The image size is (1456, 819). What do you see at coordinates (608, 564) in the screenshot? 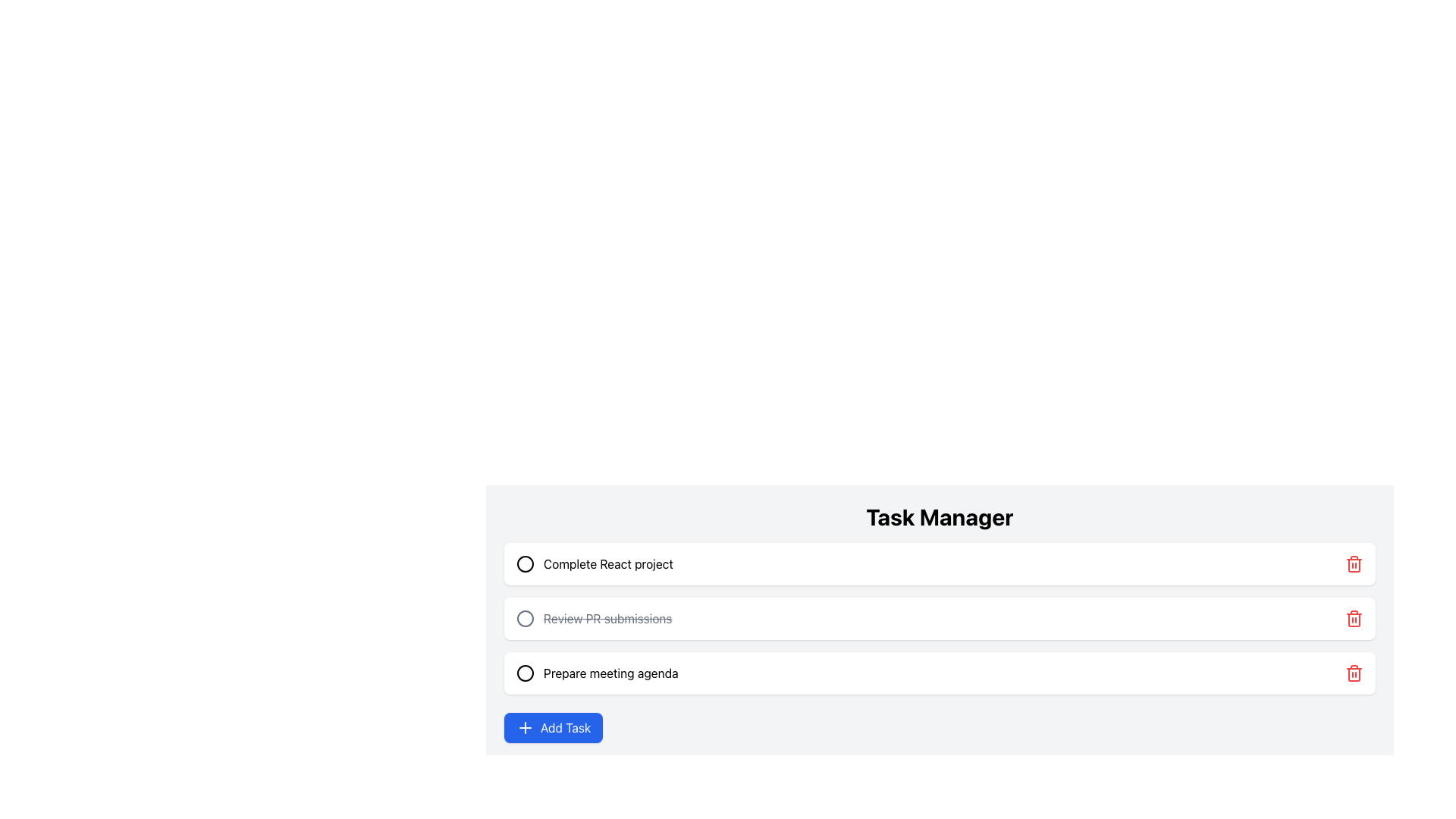
I see `and copy the text from the label stating 'Complete React project', which is the first task entry in the task manager interface` at bounding box center [608, 564].